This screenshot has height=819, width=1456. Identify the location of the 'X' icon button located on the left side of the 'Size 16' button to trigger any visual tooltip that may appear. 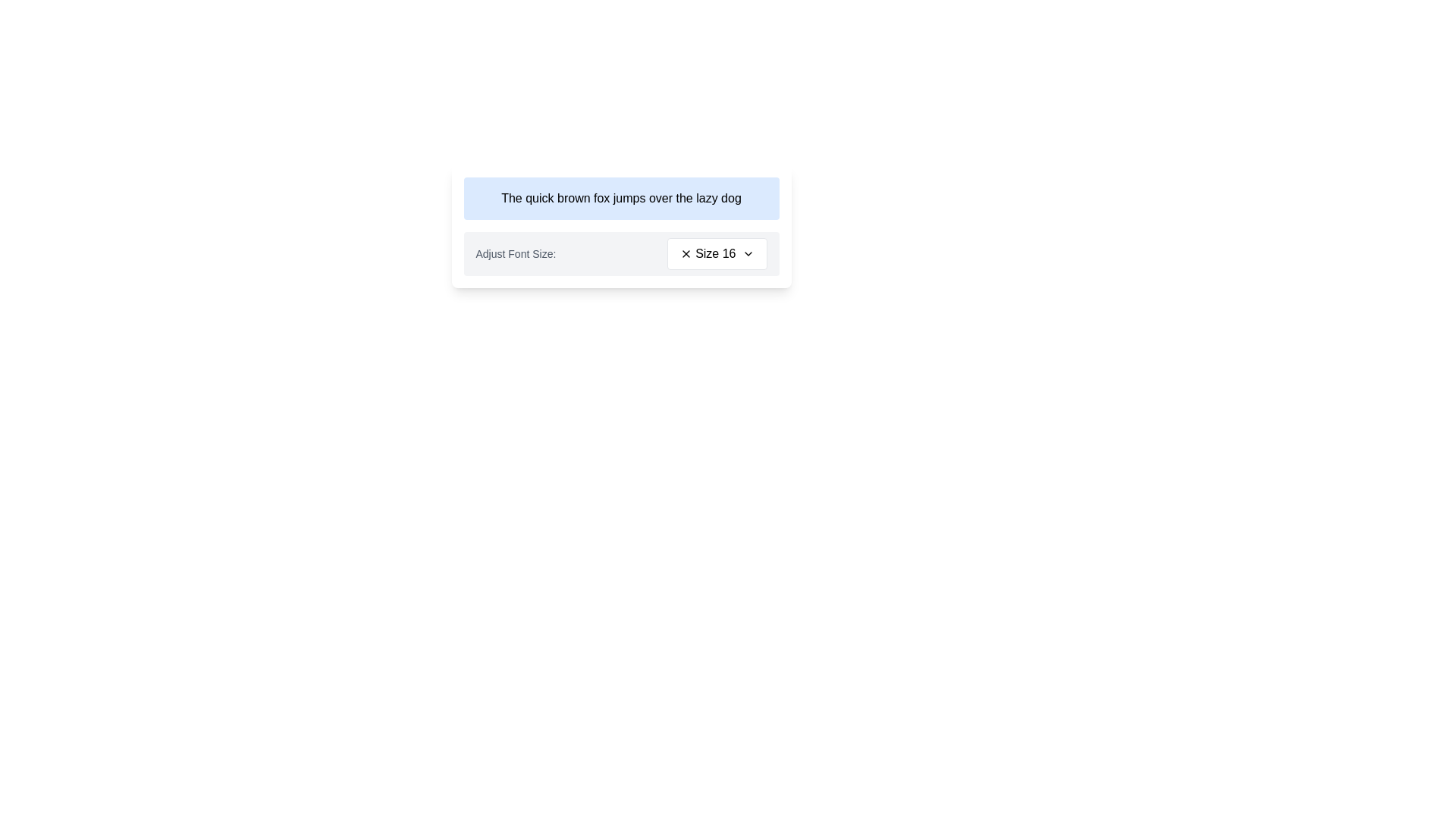
(686, 253).